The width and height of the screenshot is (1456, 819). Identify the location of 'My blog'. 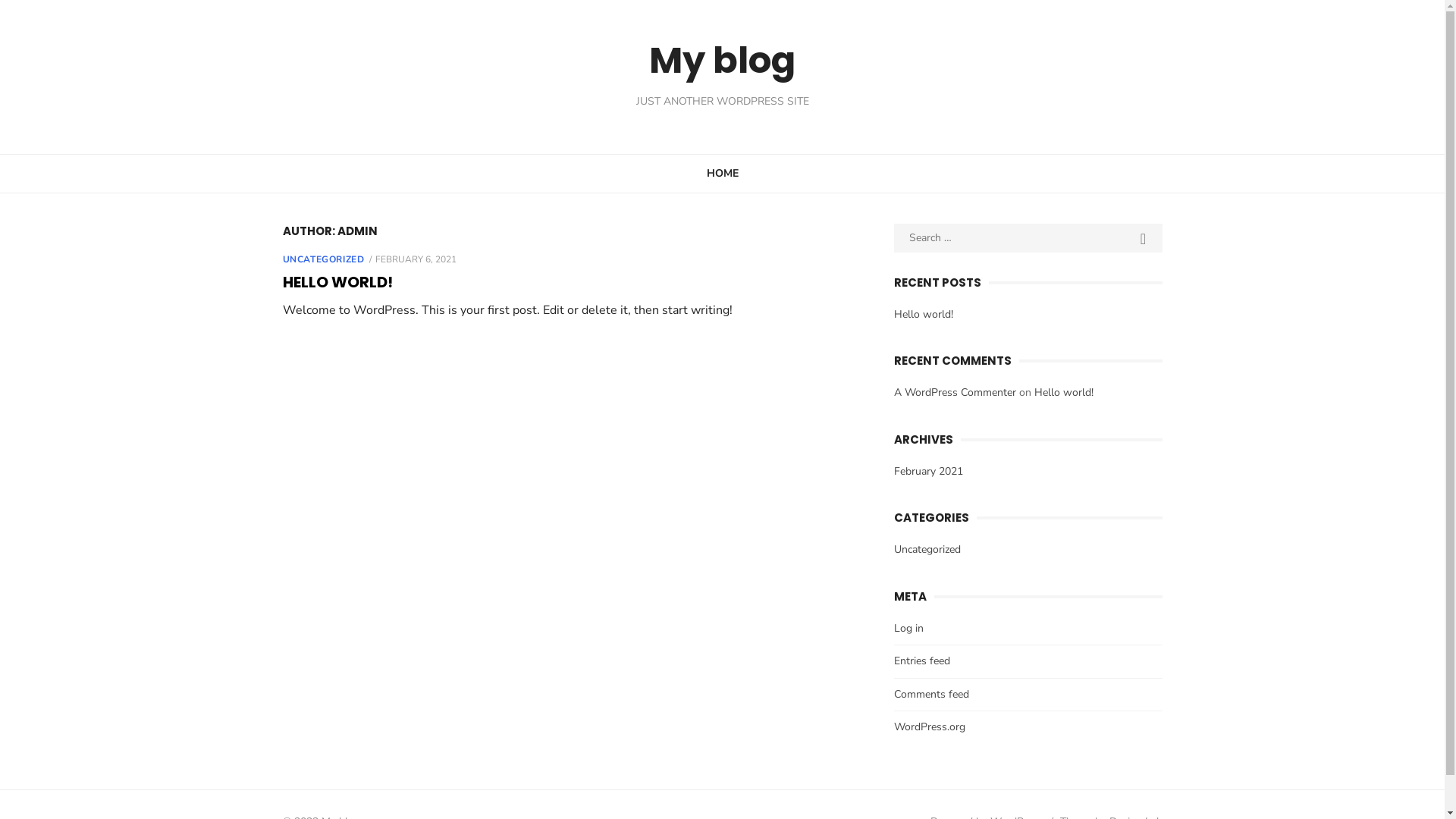
(721, 59).